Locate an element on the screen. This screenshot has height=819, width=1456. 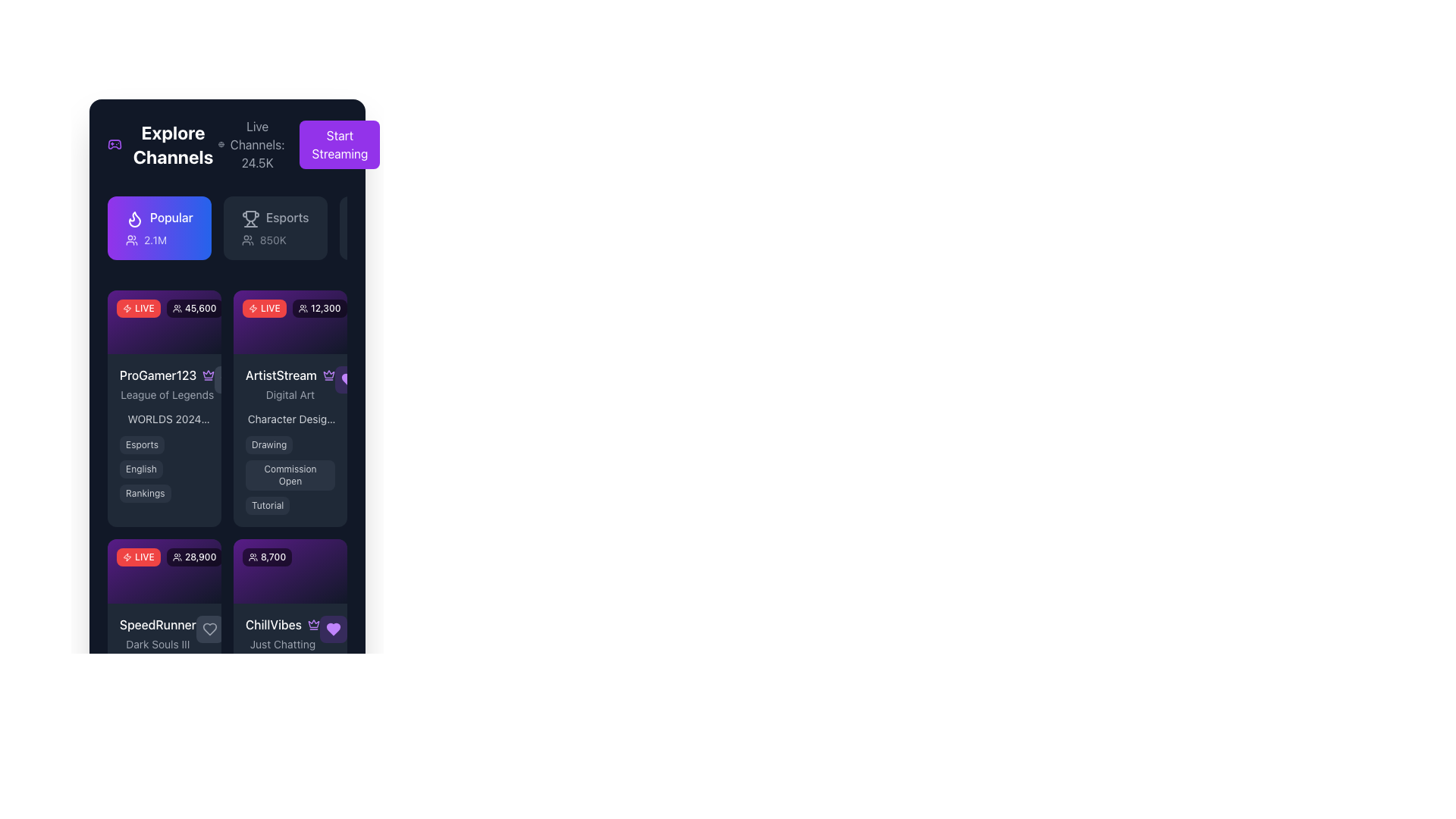
the button with a rounded rectangle shape, translucent purple background, and heart icon, located in the 'ArtistStream' card under 'Digital Art' is located at coordinates (348, 379).